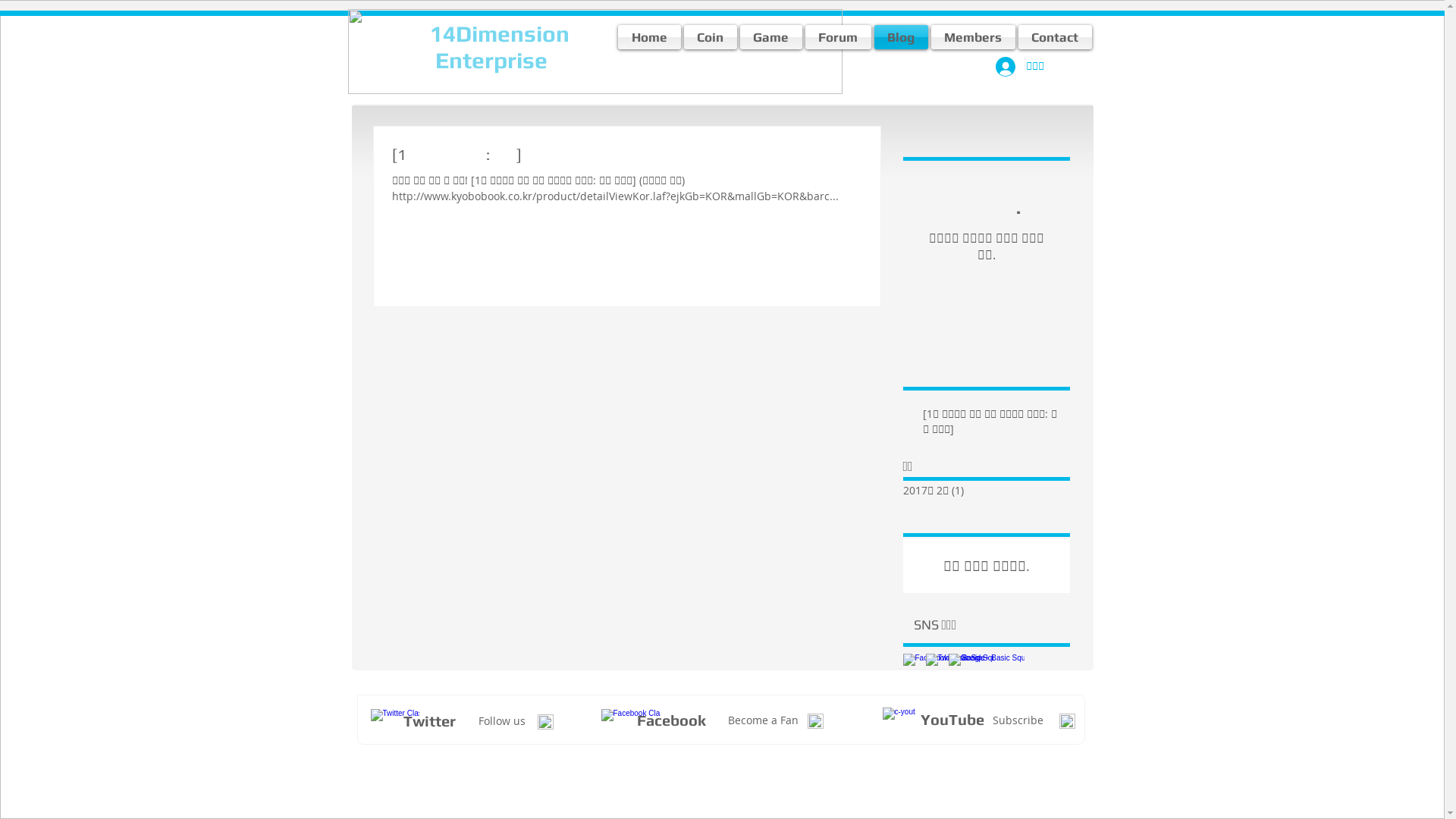  What do you see at coordinates (1053, 36) in the screenshot?
I see `'Contact'` at bounding box center [1053, 36].